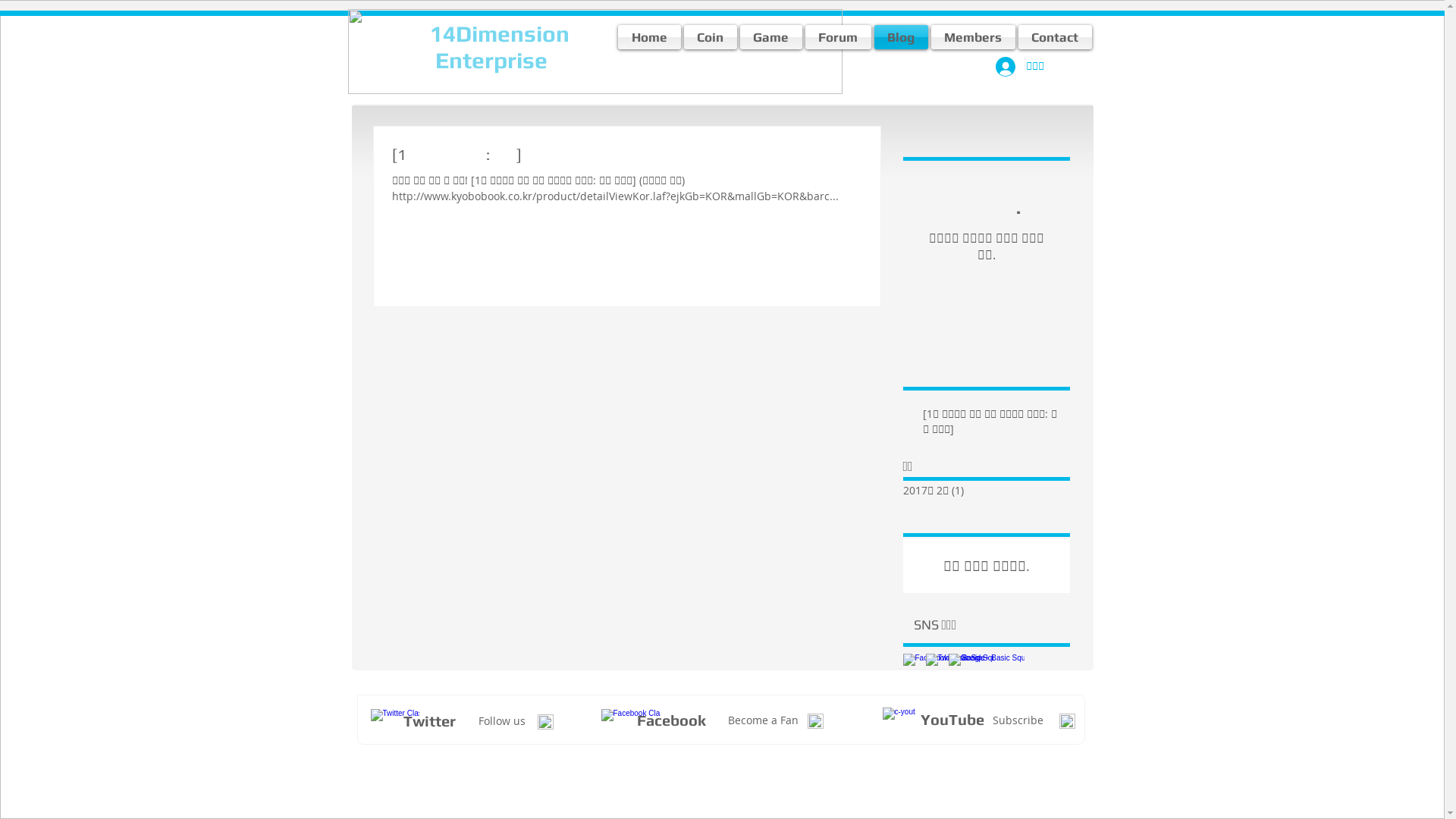  What do you see at coordinates (1053, 36) in the screenshot?
I see `'Contact'` at bounding box center [1053, 36].